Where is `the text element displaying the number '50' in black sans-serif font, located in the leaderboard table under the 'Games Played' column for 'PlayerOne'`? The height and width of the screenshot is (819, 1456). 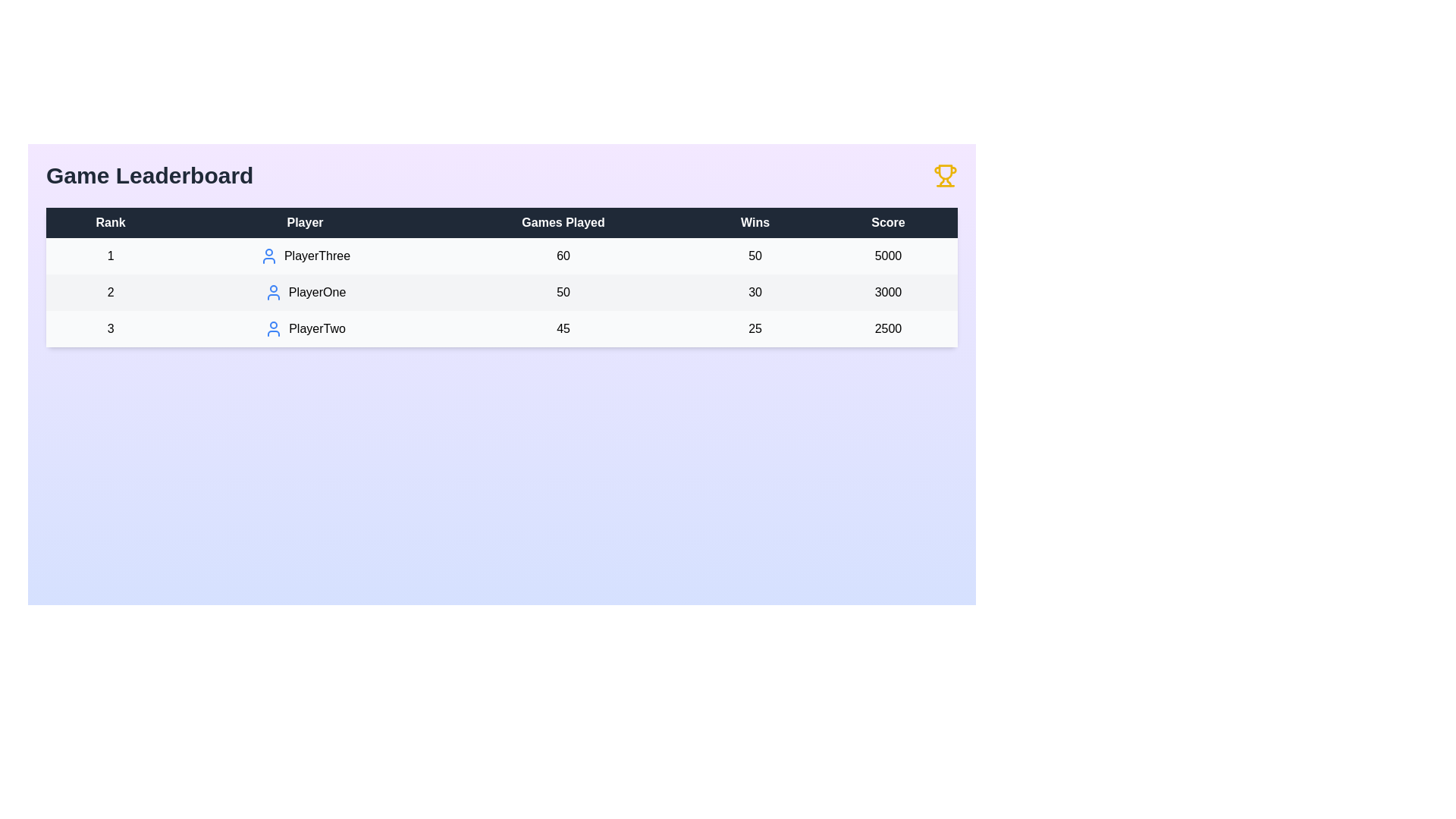 the text element displaying the number '50' in black sans-serif font, located in the leaderboard table under the 'Games Played' column for 'PlayerOne' is located at coordinates (563, 292).